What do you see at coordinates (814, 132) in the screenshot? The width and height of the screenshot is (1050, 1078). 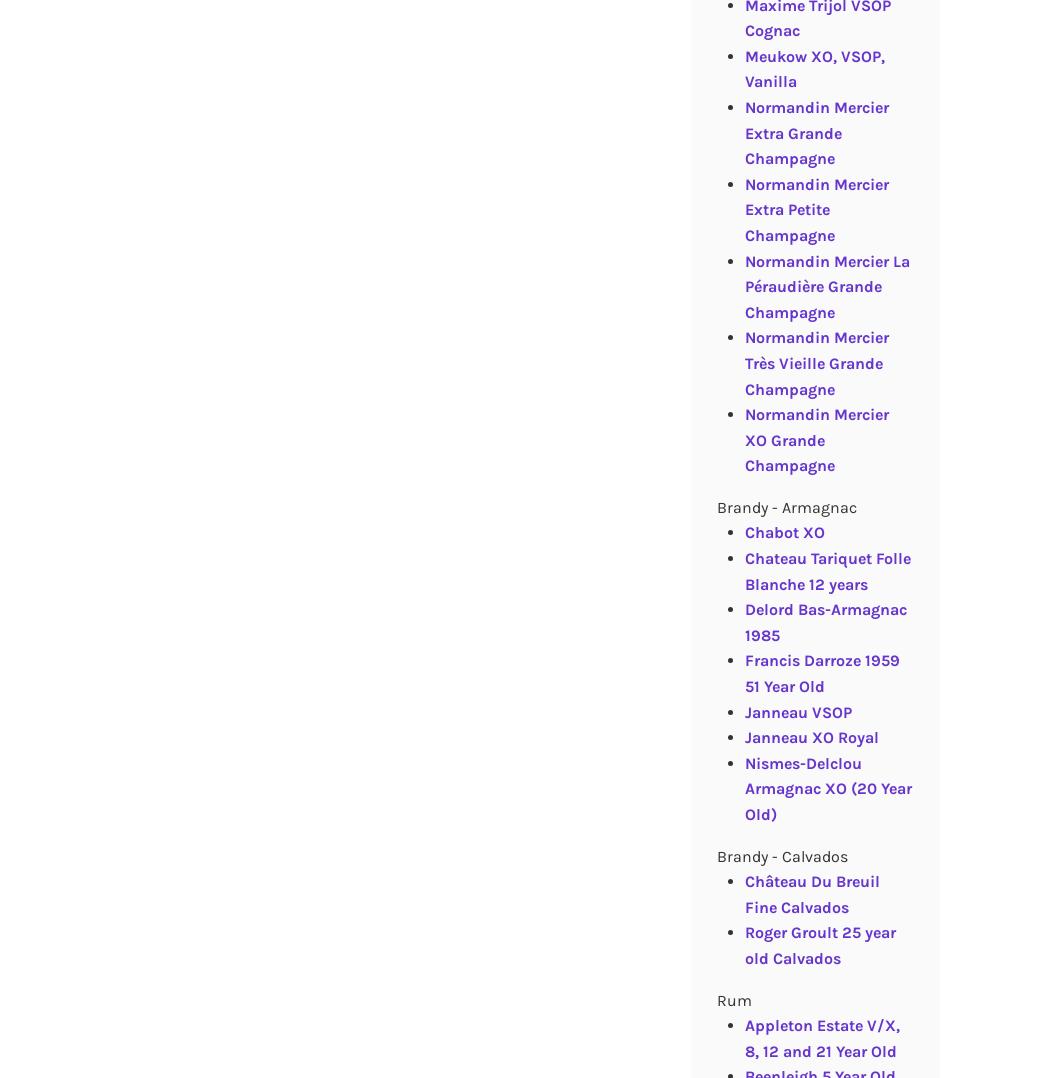 I see `'Normandin Mercier Extra Grande Champagne'` at bounding box center [814, 132].